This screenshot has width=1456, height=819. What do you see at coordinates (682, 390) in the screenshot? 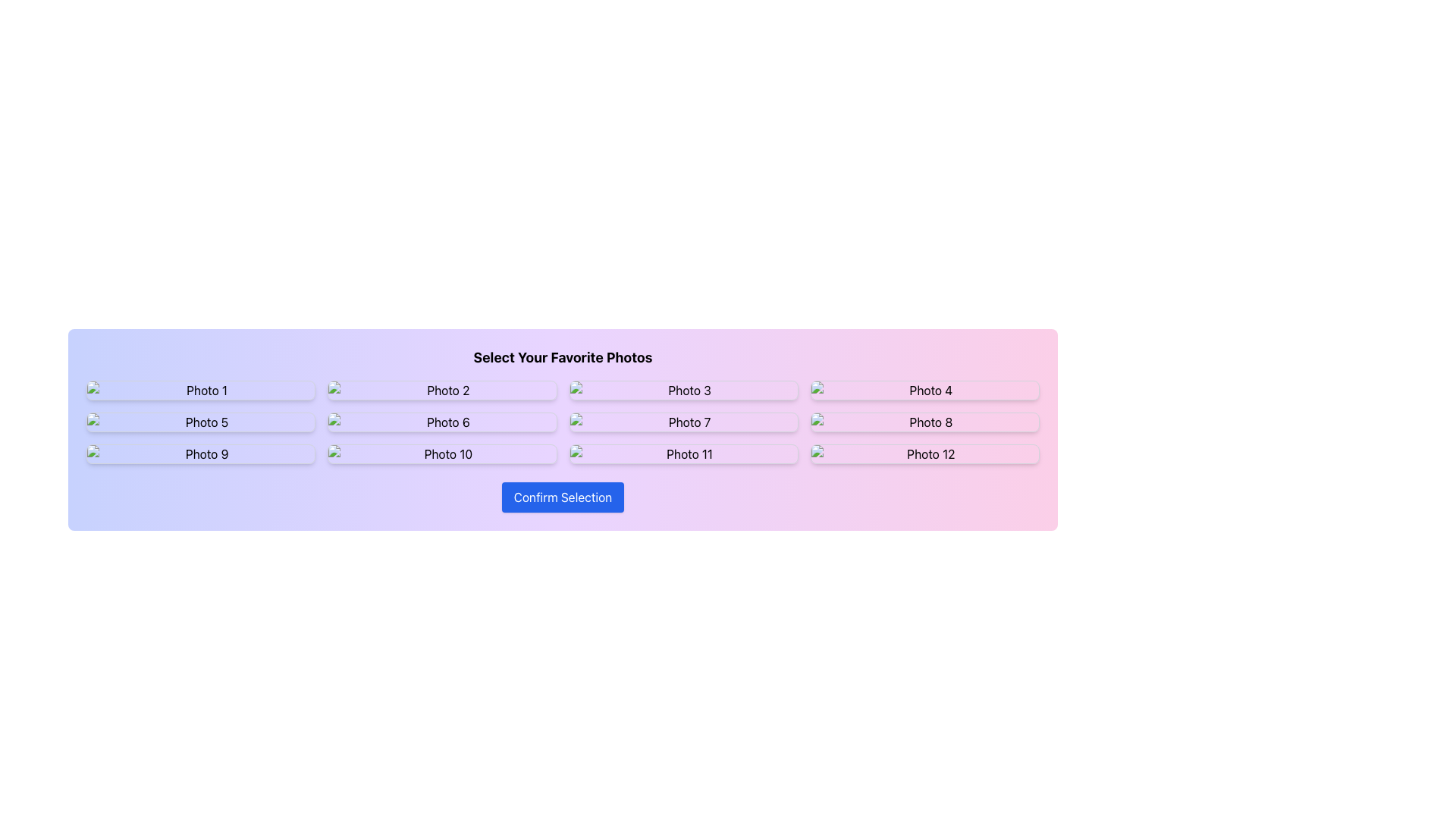
I see `the image representing the third photo option in the selectable grid, located in the second column of the first row` at bounding box center [682, 390].